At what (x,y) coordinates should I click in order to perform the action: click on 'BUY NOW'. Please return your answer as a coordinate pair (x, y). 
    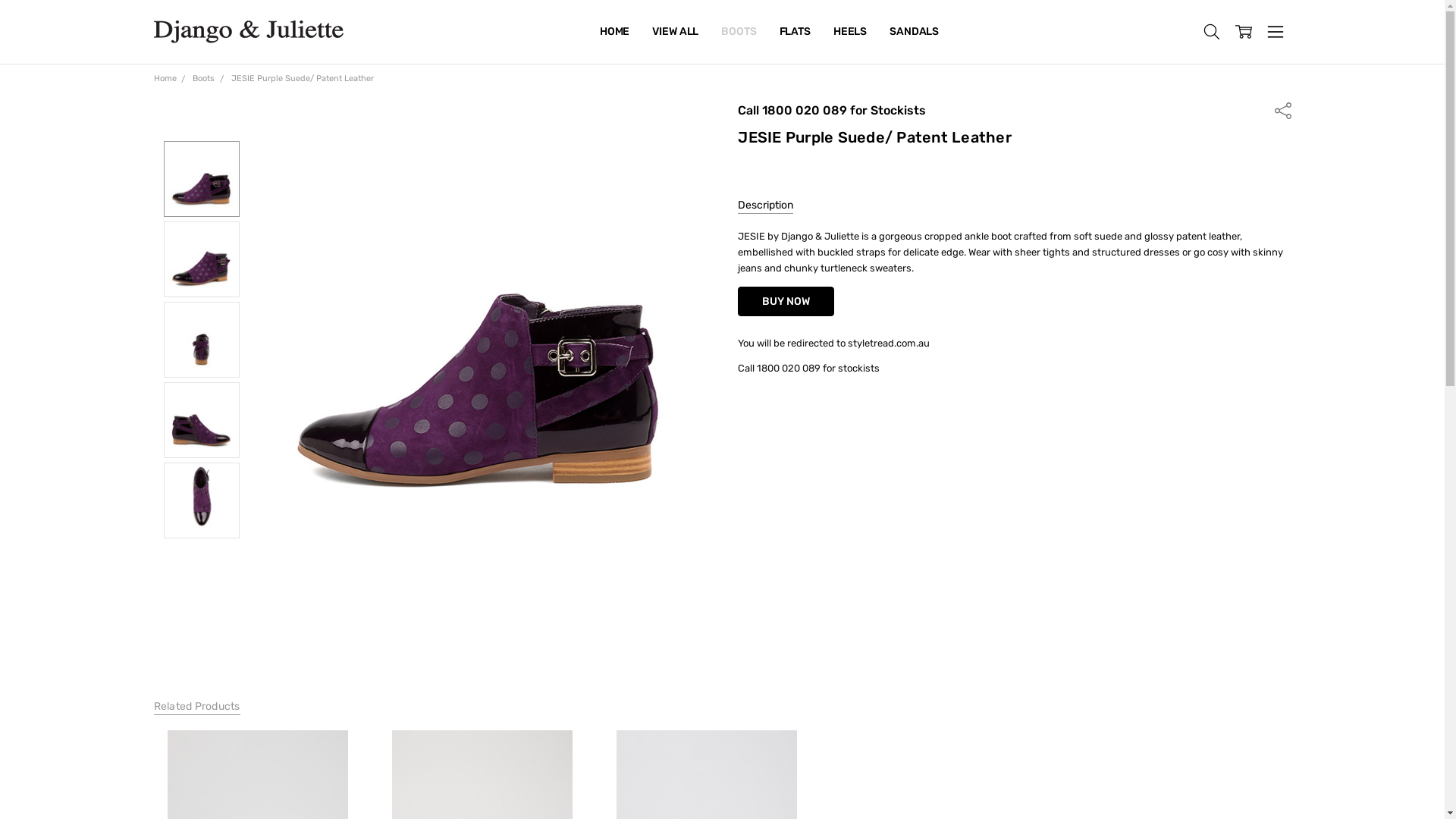
    Looking at the image, I should click on (786, 301).